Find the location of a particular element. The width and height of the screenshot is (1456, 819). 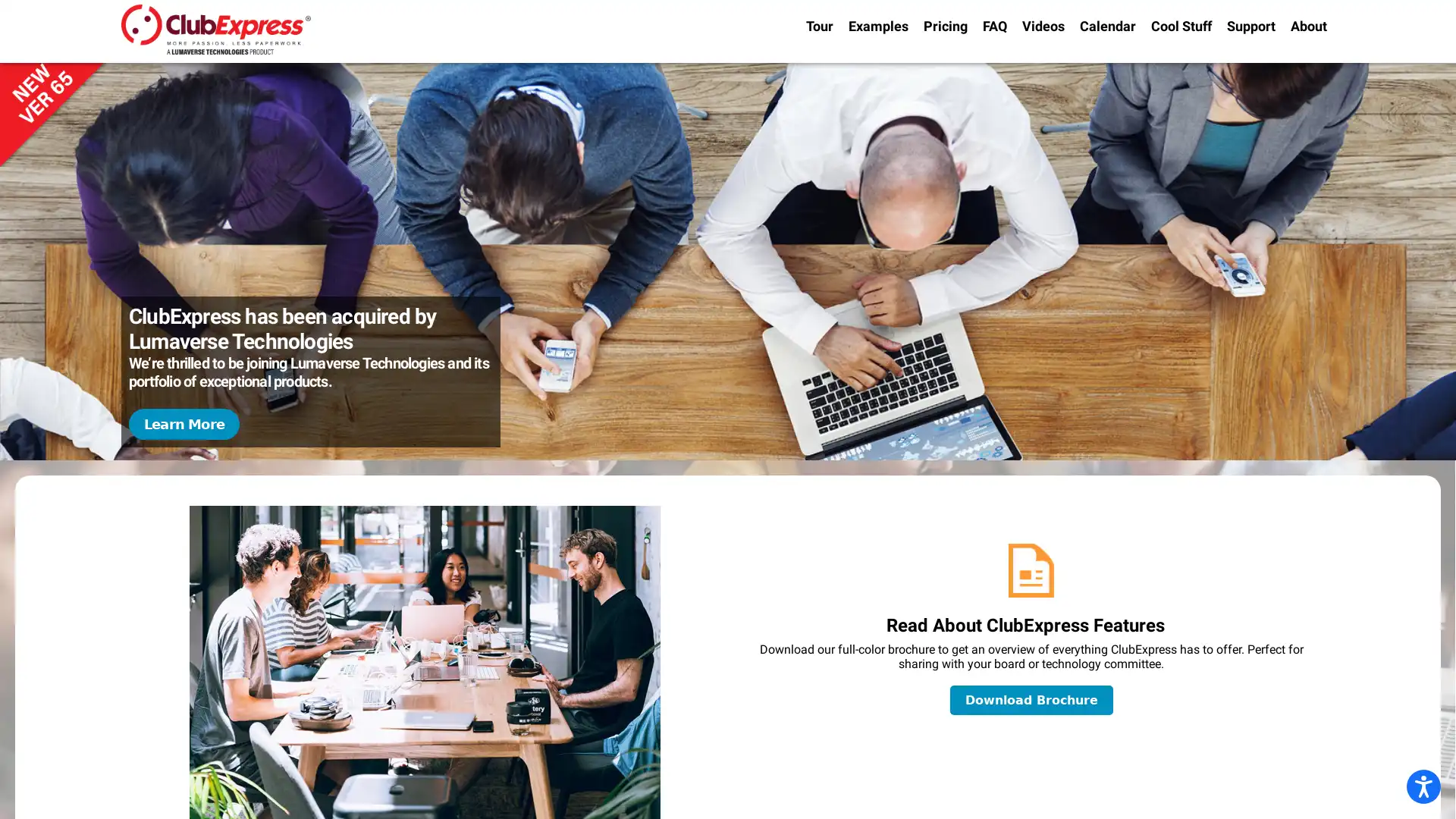

Open accessibility options, statement and help is located at coordinates (1423, 786).